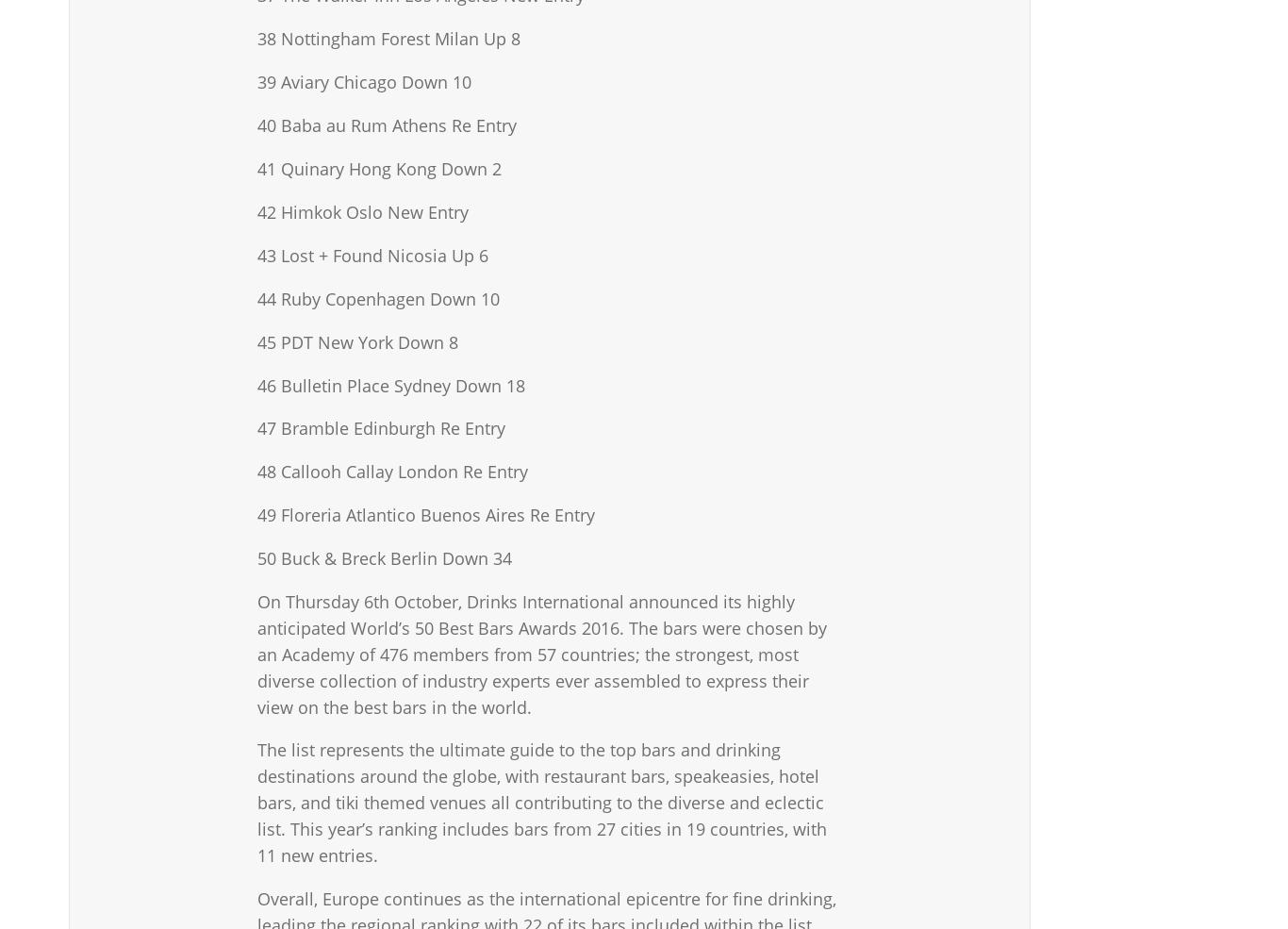 This screenshot has height=929, width=1288. Describe the element at coordinates (377, 297) in the screenshot. I see `'44	Ruby 	Copenhagen	Down 10'` at that location.